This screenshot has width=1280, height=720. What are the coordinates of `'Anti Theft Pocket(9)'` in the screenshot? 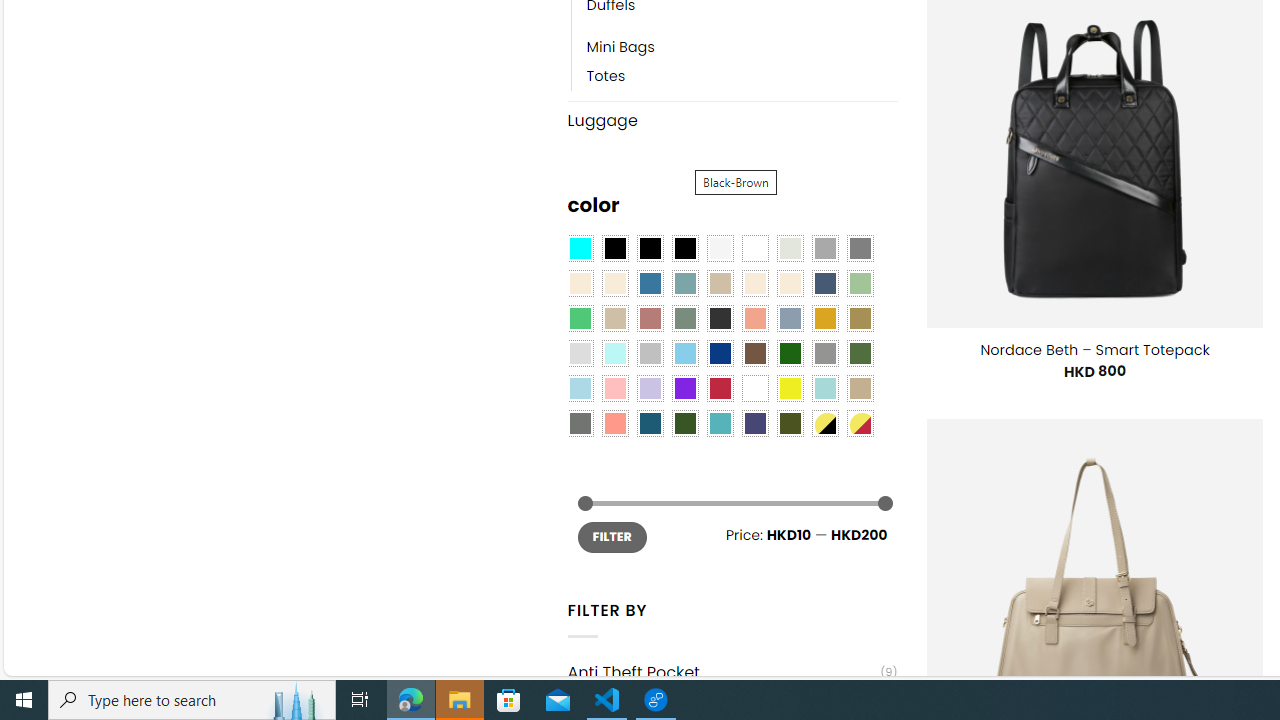 It's located at (731, 672).